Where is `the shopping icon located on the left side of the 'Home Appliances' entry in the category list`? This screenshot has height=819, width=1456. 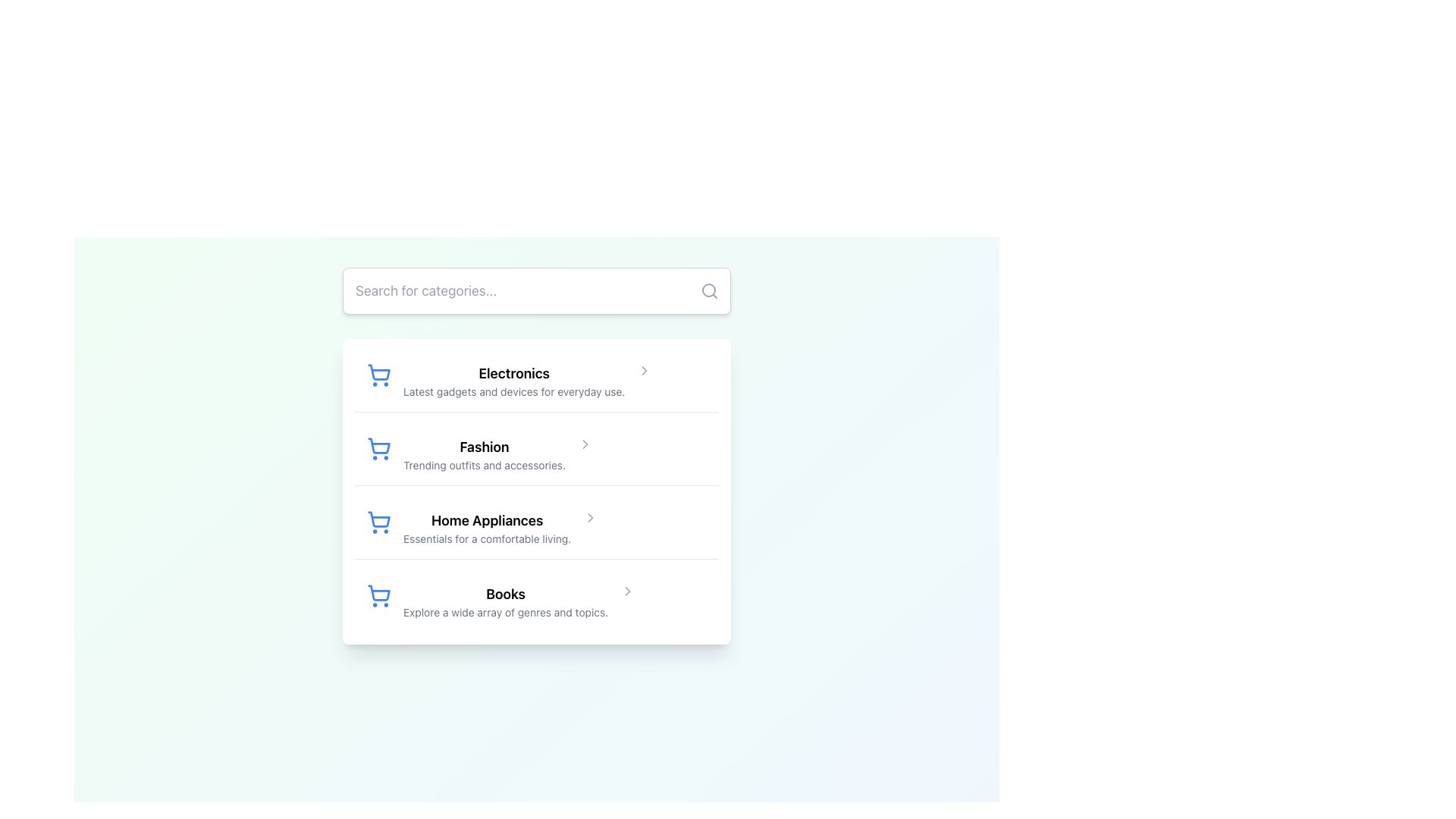 the shopping icon located on the left side of the 'Home Appliances' entry in the category list is located at coordinates (378, 522).